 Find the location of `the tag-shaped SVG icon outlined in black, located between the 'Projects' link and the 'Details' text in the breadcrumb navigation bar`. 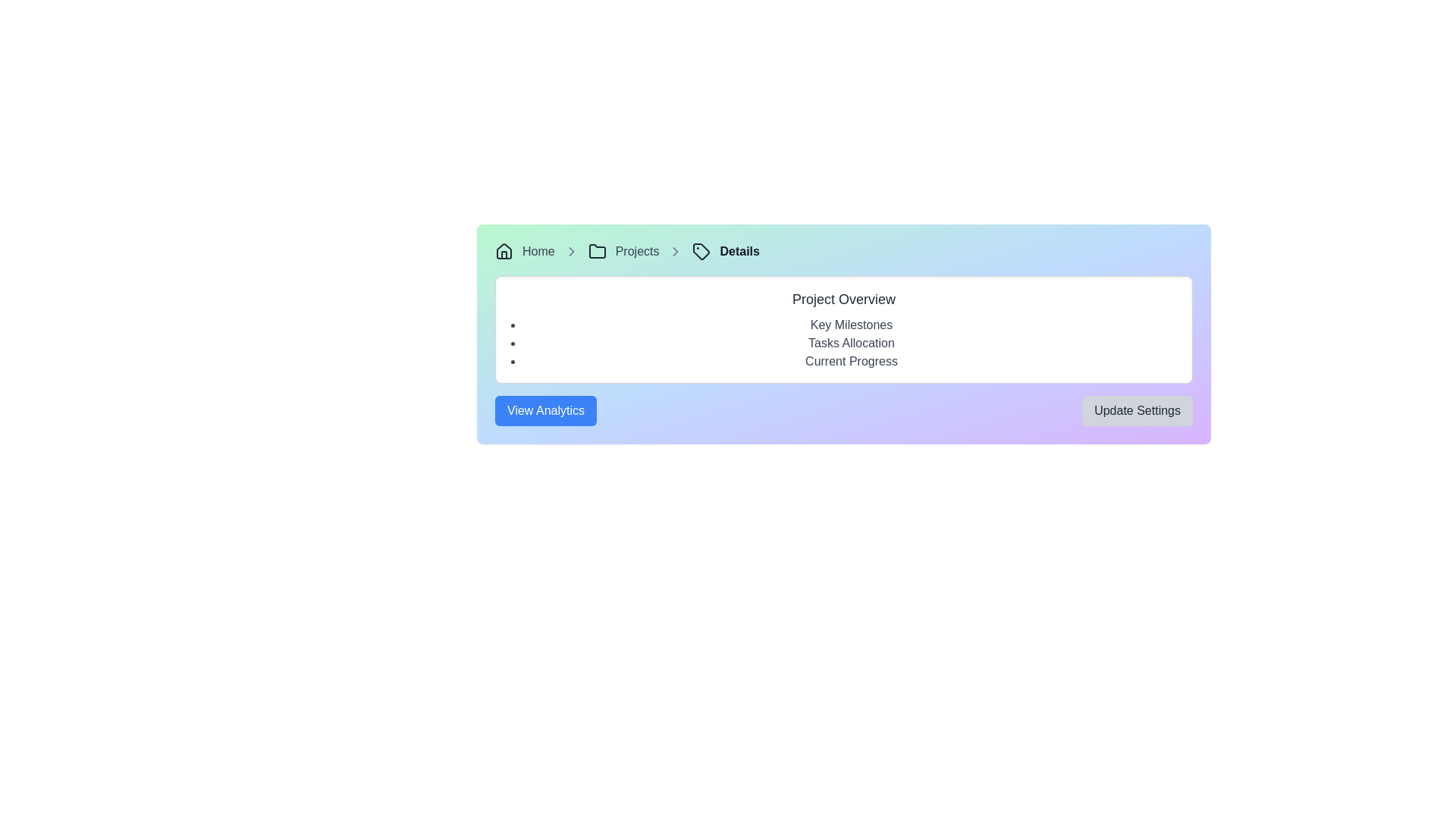

the tag-shaped SVG icon outlined in black, located between the 'Projects' link and the 'Details' text in the breadcrumb navigation bar is located at coordinates (701, 250).